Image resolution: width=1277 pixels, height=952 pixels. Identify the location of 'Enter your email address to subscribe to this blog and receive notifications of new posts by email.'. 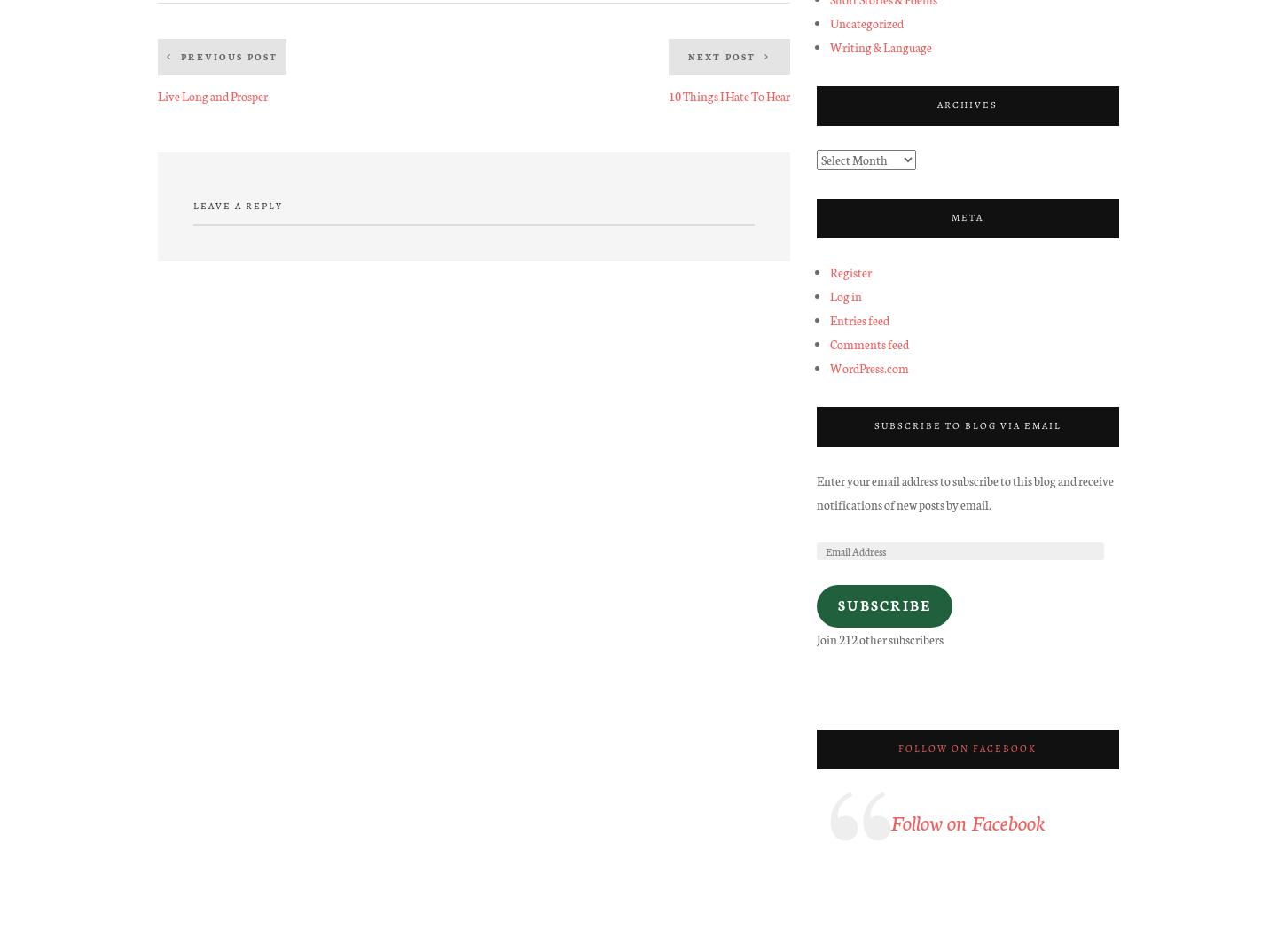
(816, 491).